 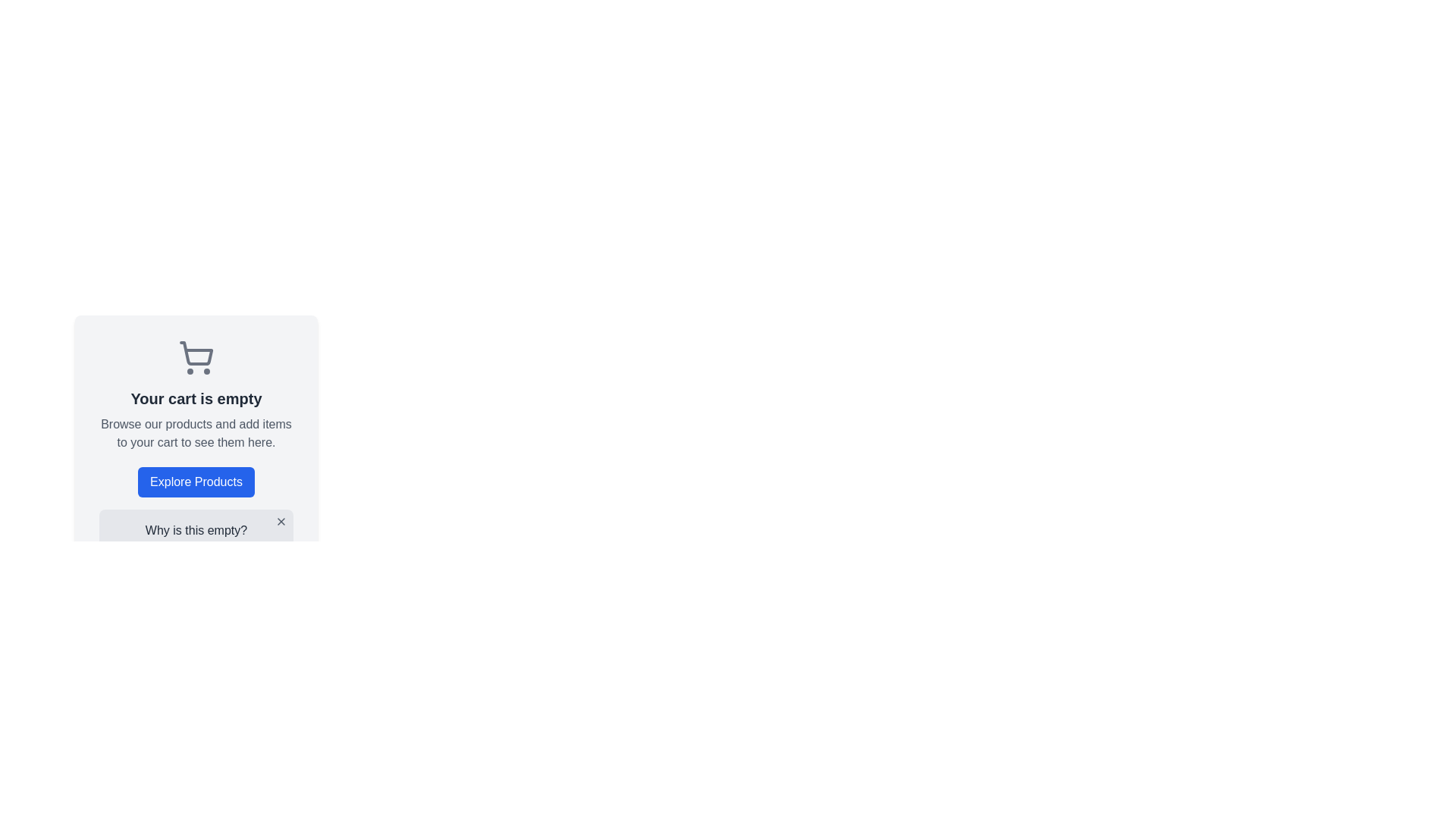 I want to click on the text label that reads 'Your cart is empty', which is styled in bold dark gray and positioned below the shopping cart icon, so click(x=196, y=397).